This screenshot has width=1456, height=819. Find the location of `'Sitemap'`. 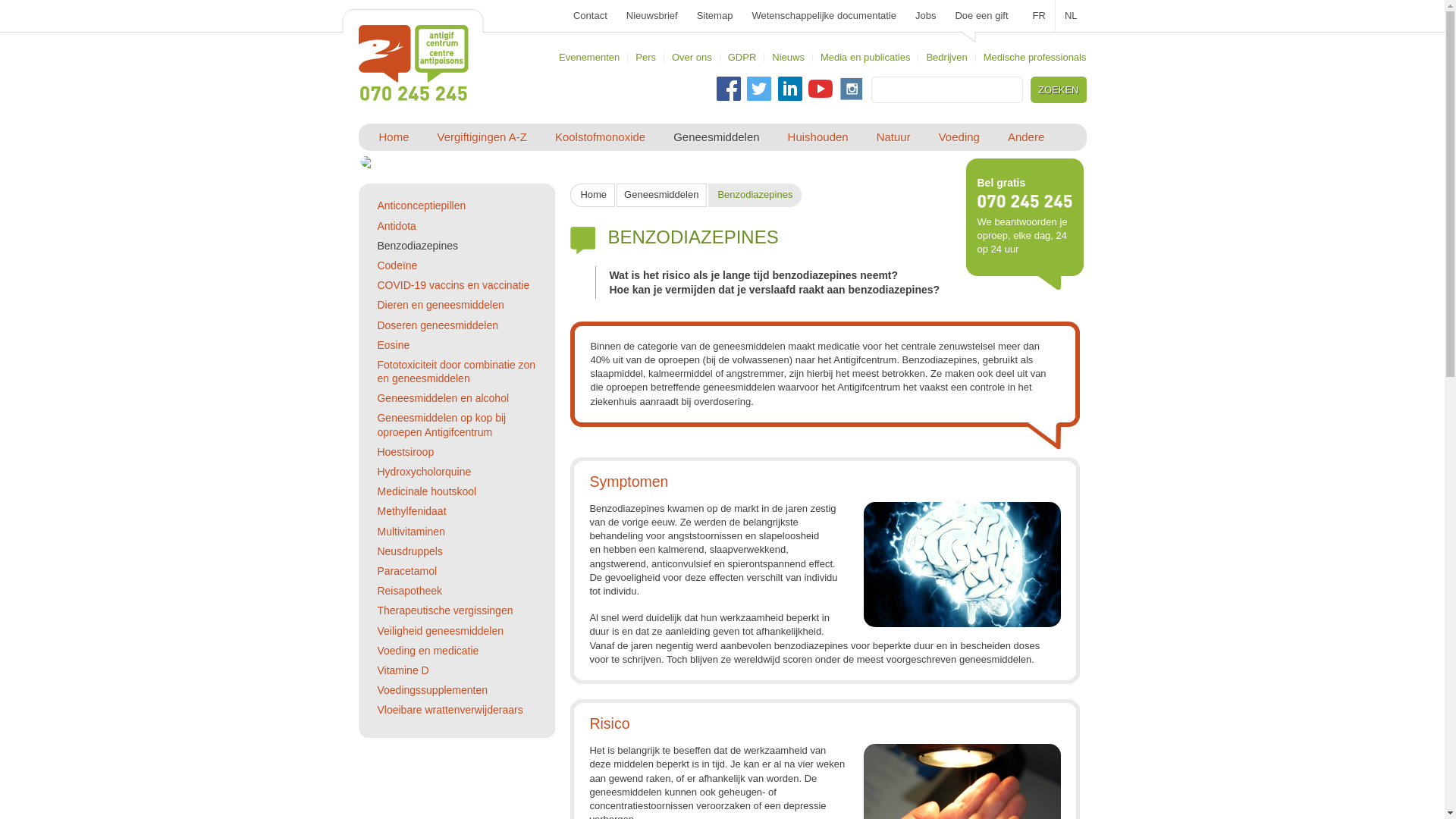

'Sitemap' is located at coordinates (714, 15).